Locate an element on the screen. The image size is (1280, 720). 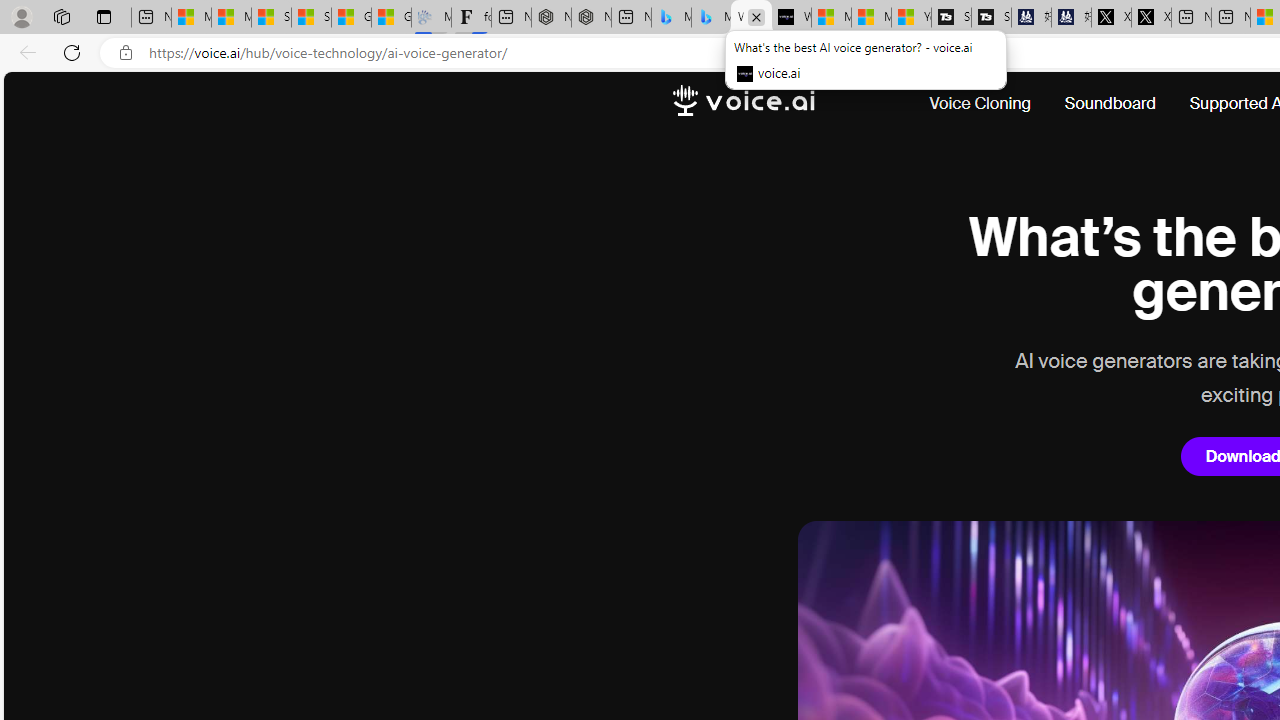
'Soundboard' is located at coordinates (1109, 104).